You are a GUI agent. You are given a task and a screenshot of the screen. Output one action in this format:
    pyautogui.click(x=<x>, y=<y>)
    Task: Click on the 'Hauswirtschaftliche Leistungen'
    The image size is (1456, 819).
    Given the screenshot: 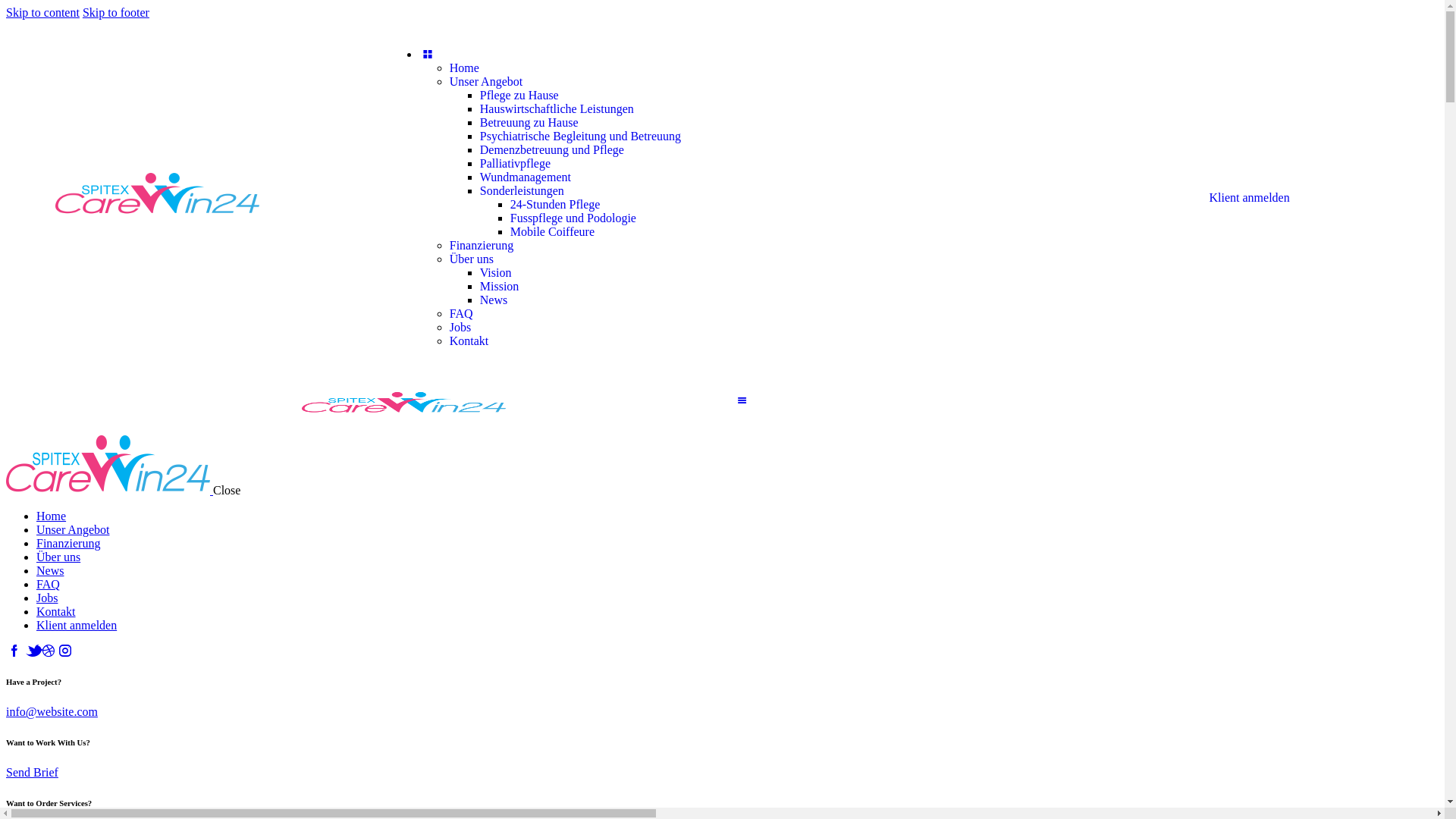 What is the action you would take?
    pyautogui.click(x=556, y=108)
    